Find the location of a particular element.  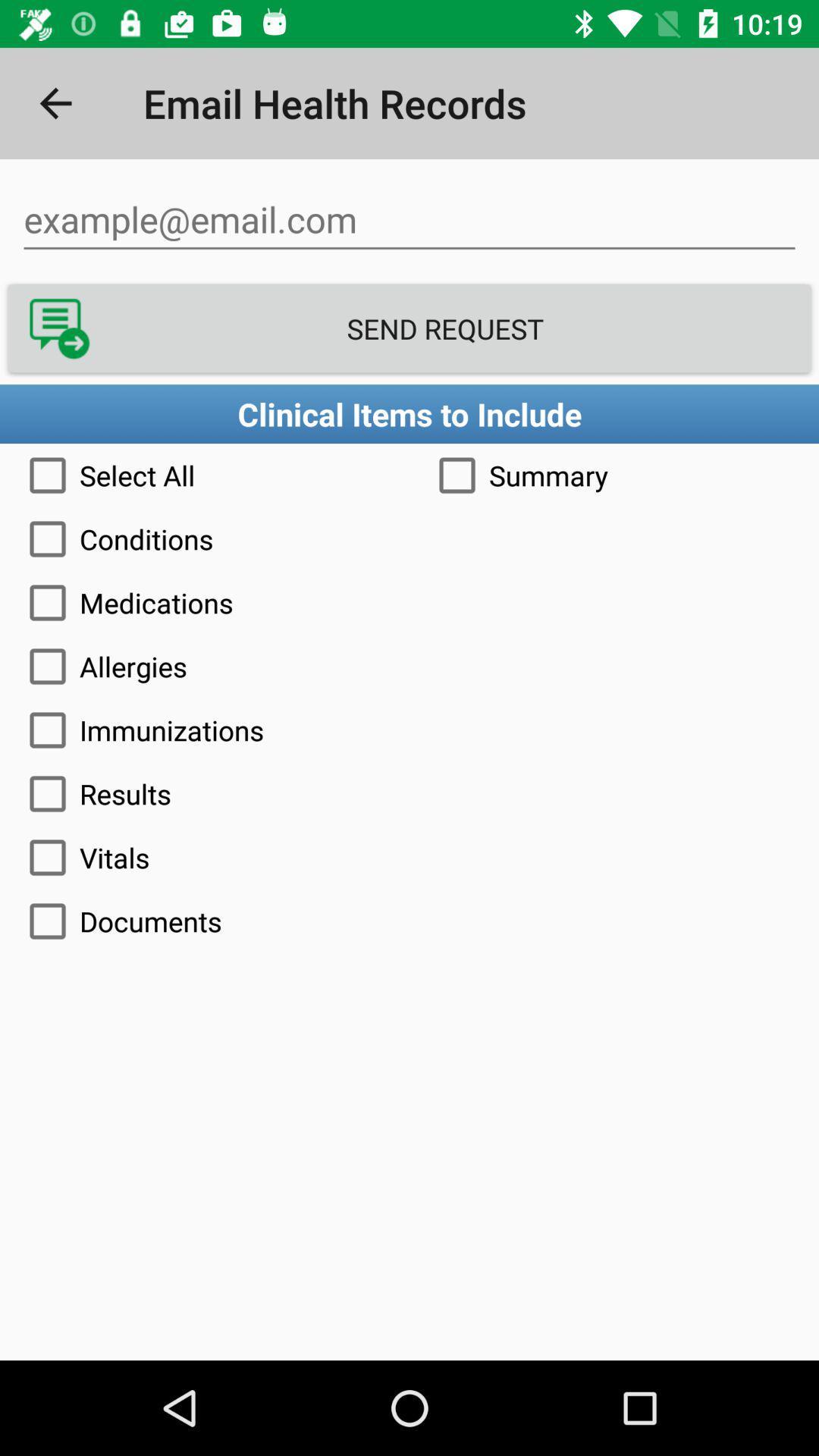

your email address is located at coordinates (409, 219).